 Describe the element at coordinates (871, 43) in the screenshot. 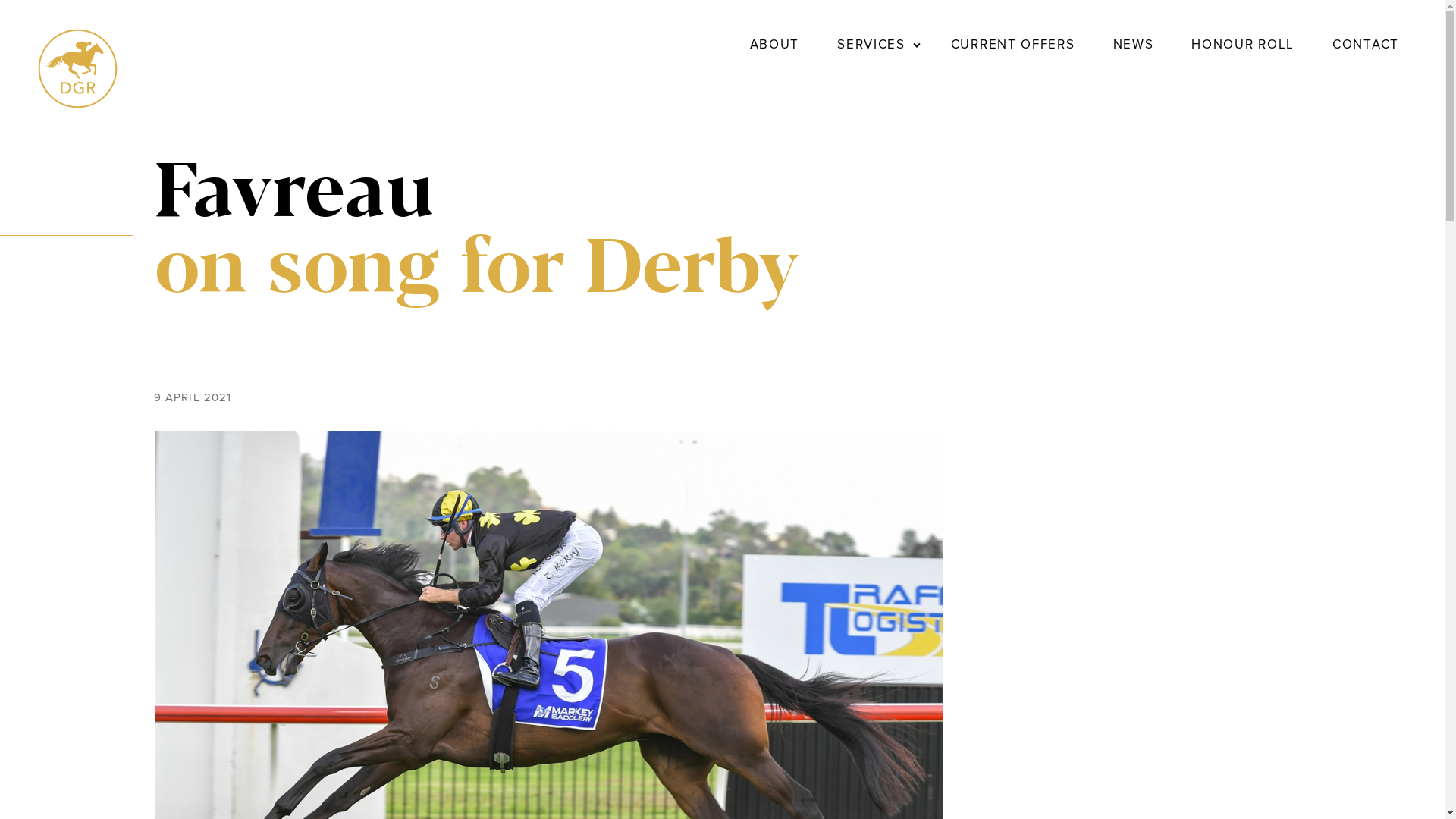

I see `'SERVICES'` at that location.